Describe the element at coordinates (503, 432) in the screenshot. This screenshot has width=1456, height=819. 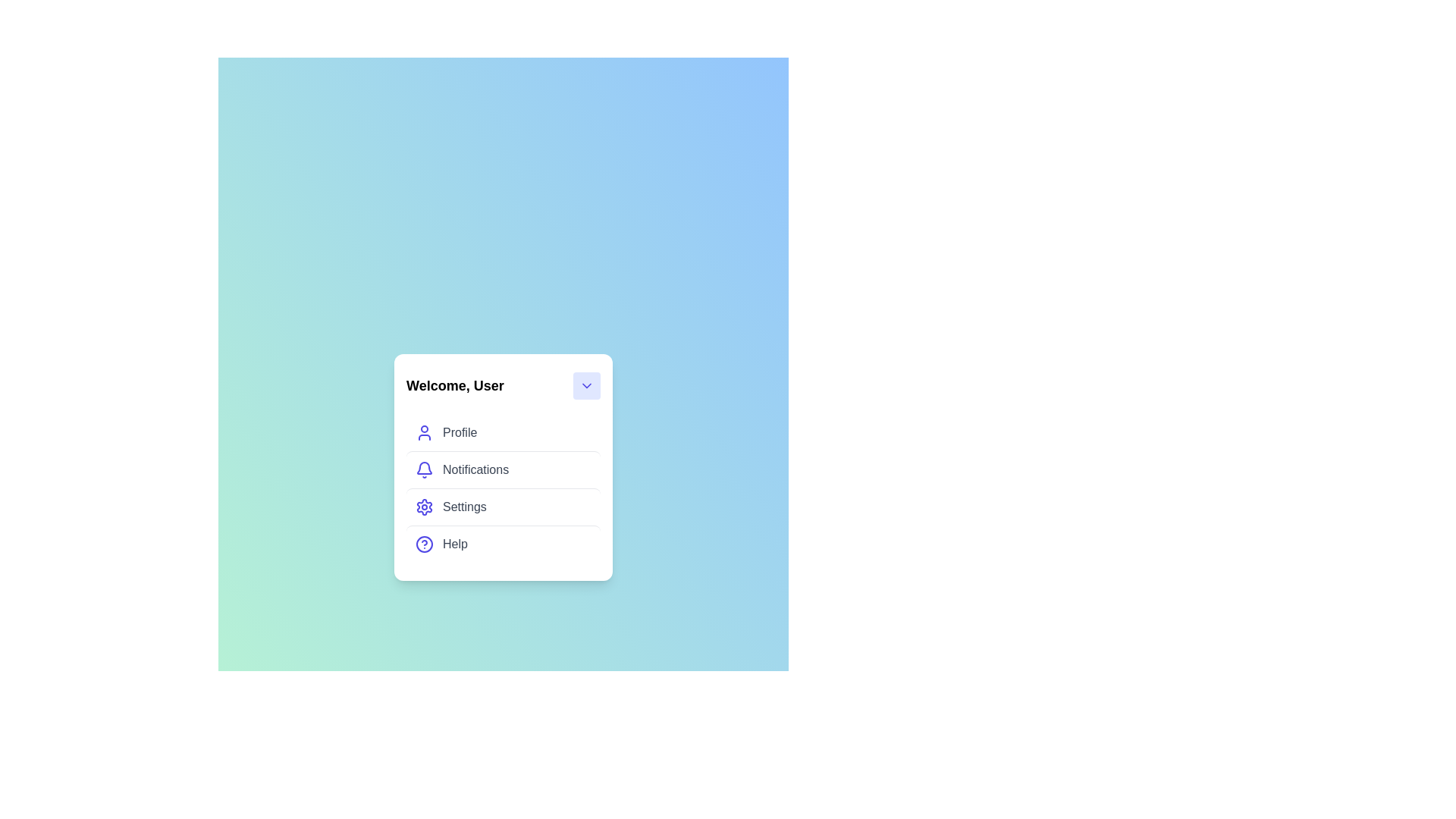
I see `the menu item Profile in the UserProfileMenu` at that location.